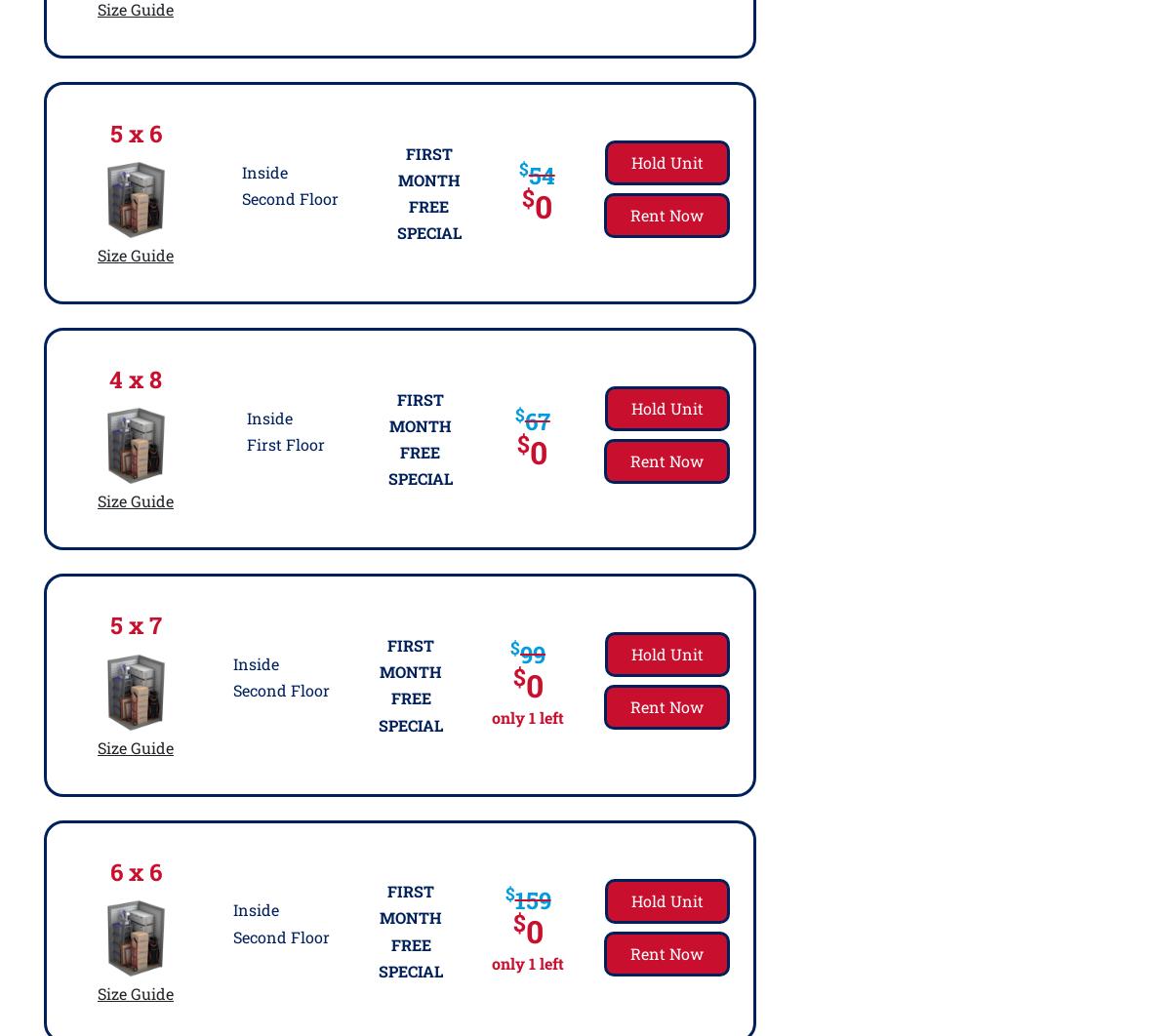 The height and width of the screenshot is (1036, 1171). What do you see at coordinates (135, 870) in the screenshot?
I see `'6 x 6'` at bounding box center [135, 870].